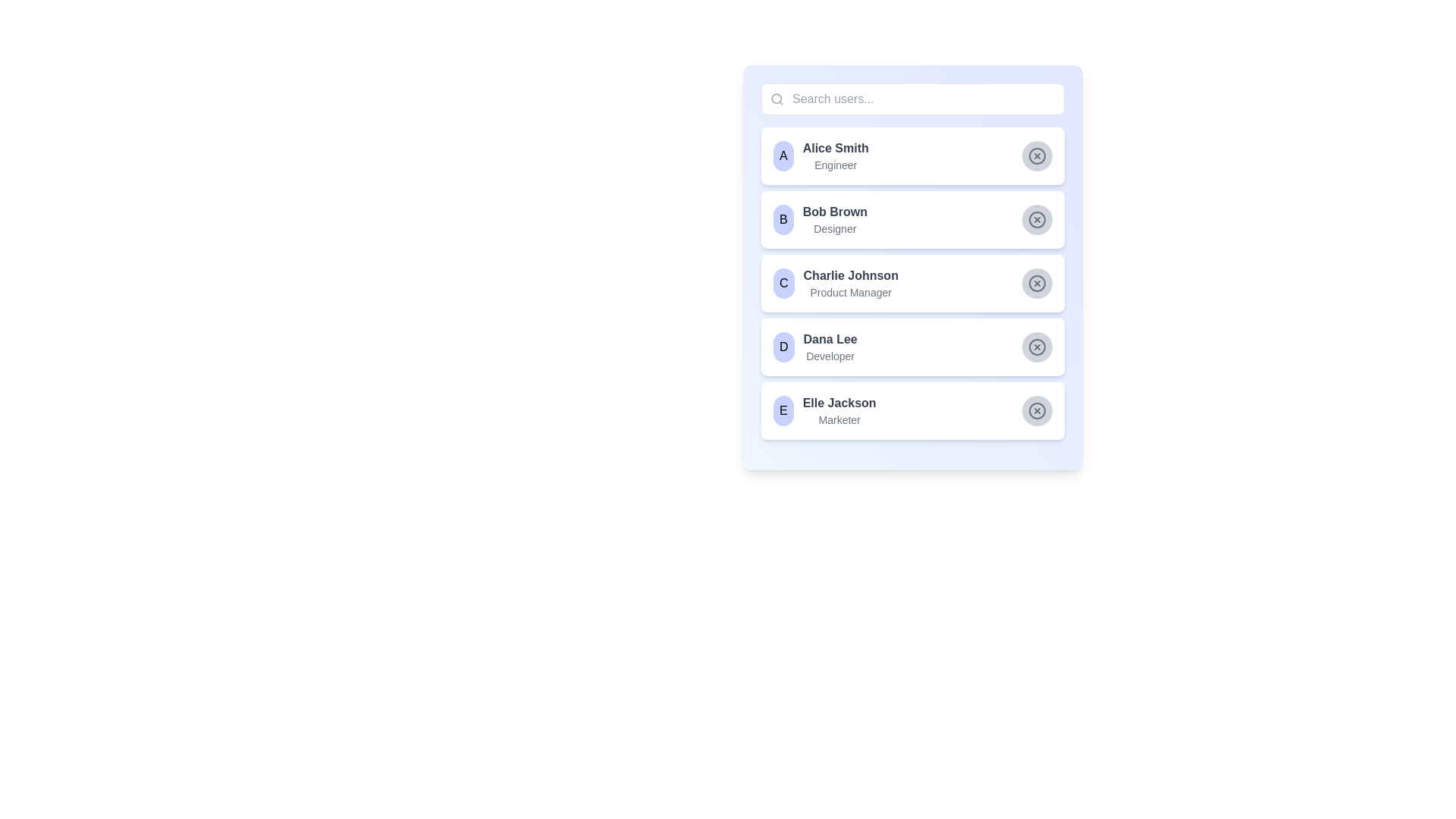  What do you see at coordinates (834, 212) in the screenshot?
I see `text label displaying the name 'Bob Brown' located in the second user card above the designation 'Designer' to identify the user` at bounding box center [834, 212].